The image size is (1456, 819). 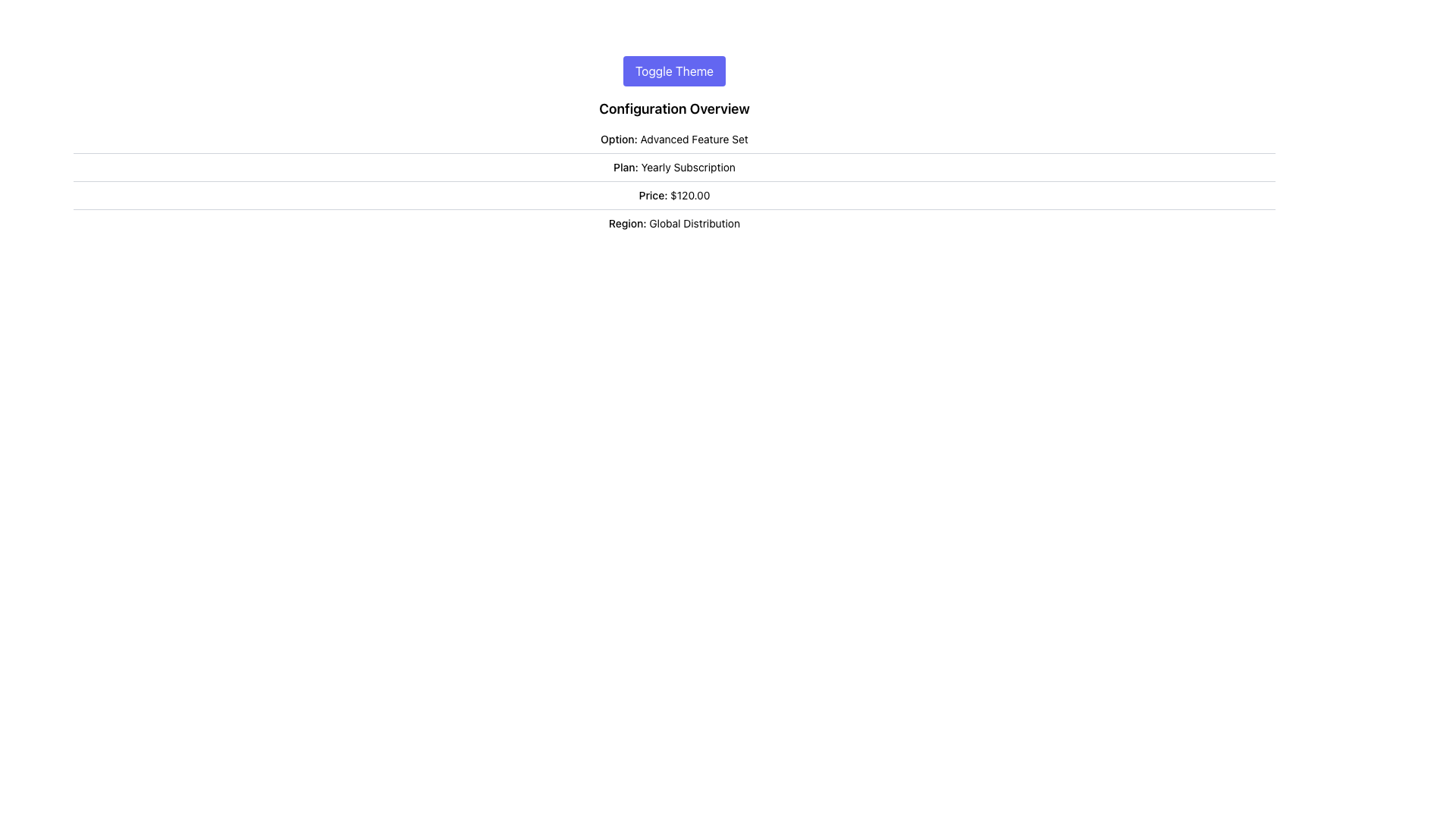 What do you see at coordinates (673, 71) in the screenshot?
I see `the 'Toggle Theme' button, which is a rectangular button with a blue-indigo background and white text, located above the 'Configuration Overview' section` at bounding box center [673, 71].